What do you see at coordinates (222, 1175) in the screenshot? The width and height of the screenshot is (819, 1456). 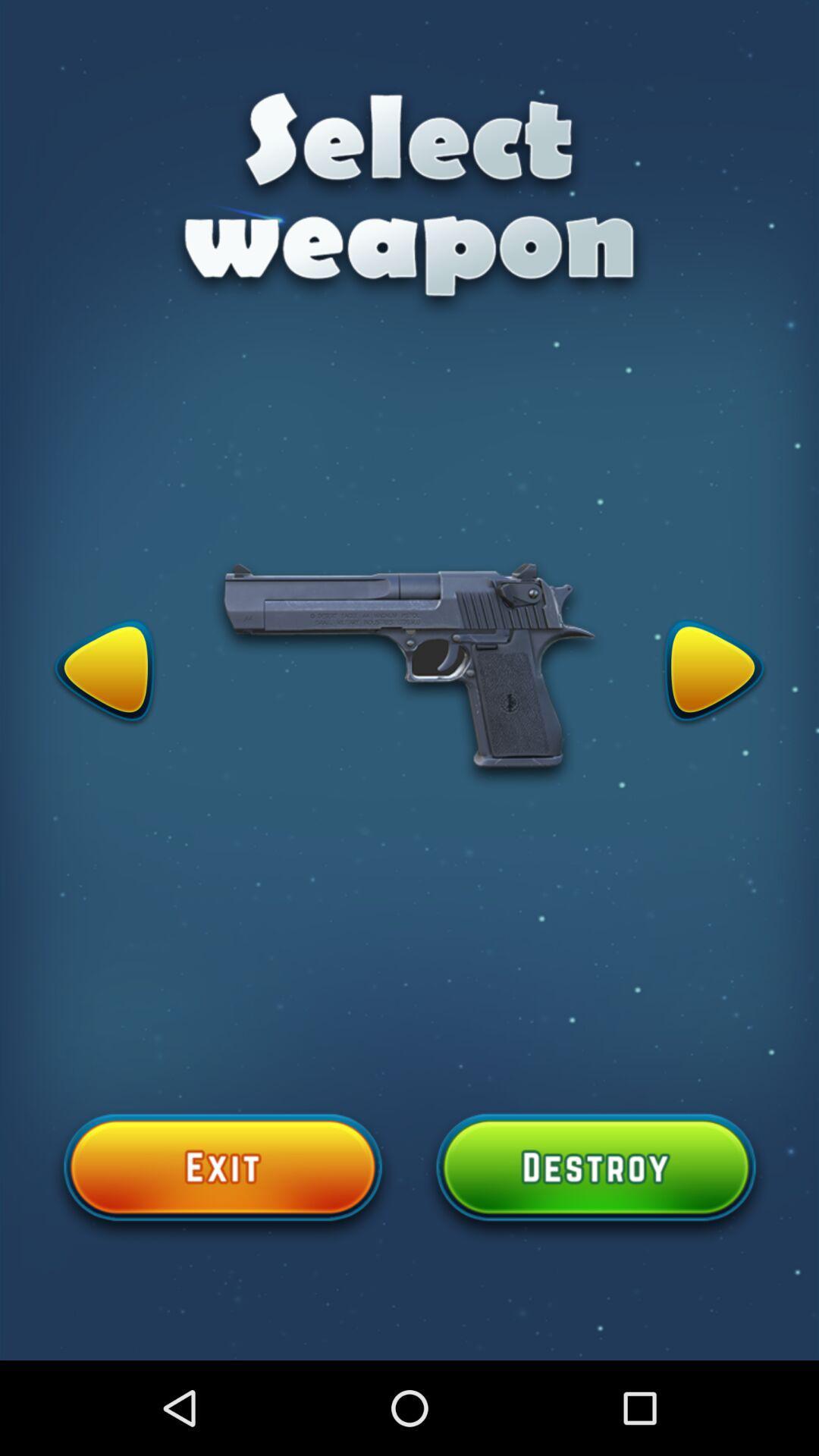 I see `exit button` at bounding box center [222, 1175].